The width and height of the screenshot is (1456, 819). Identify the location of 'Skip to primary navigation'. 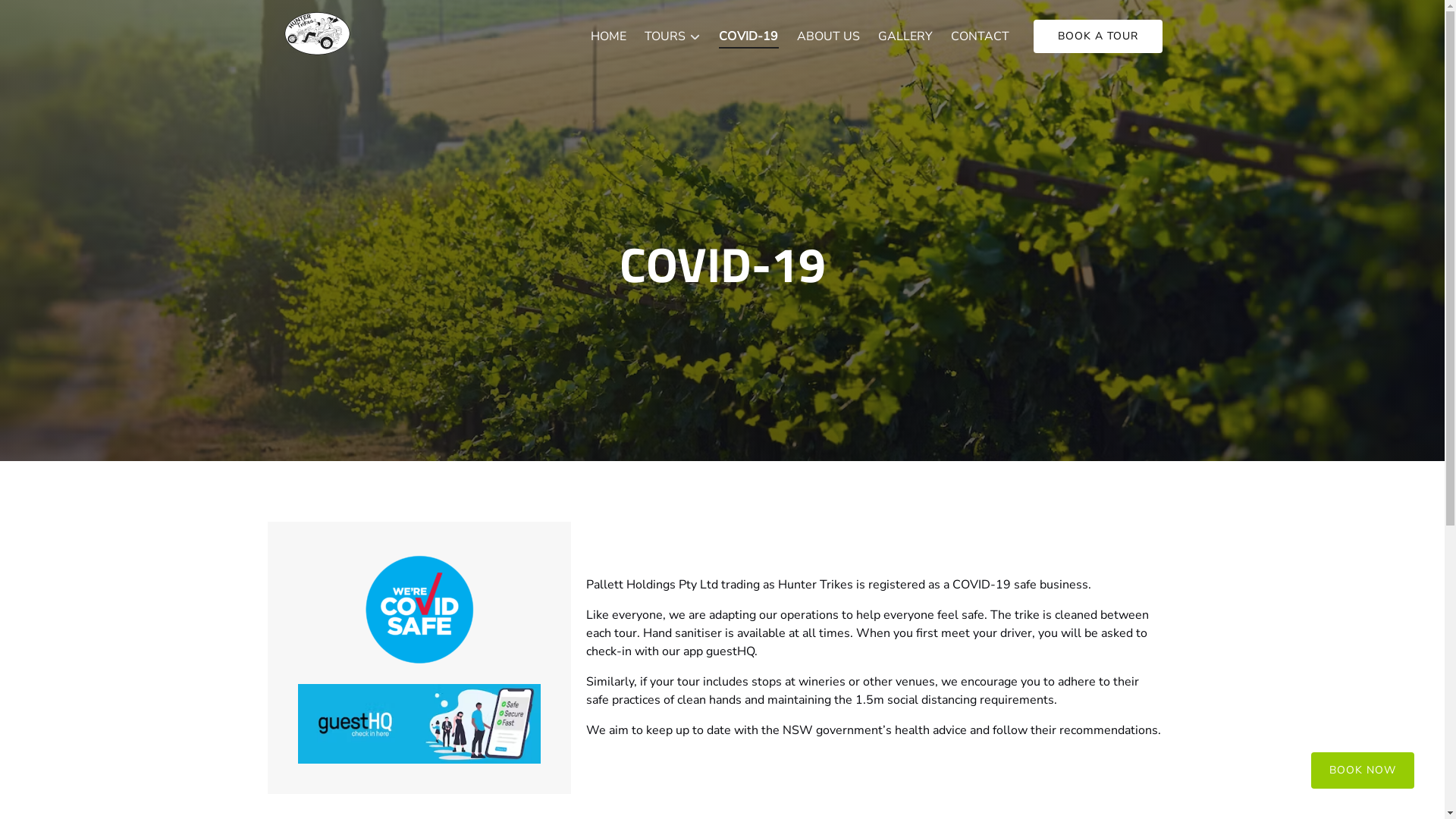
(7, 17).